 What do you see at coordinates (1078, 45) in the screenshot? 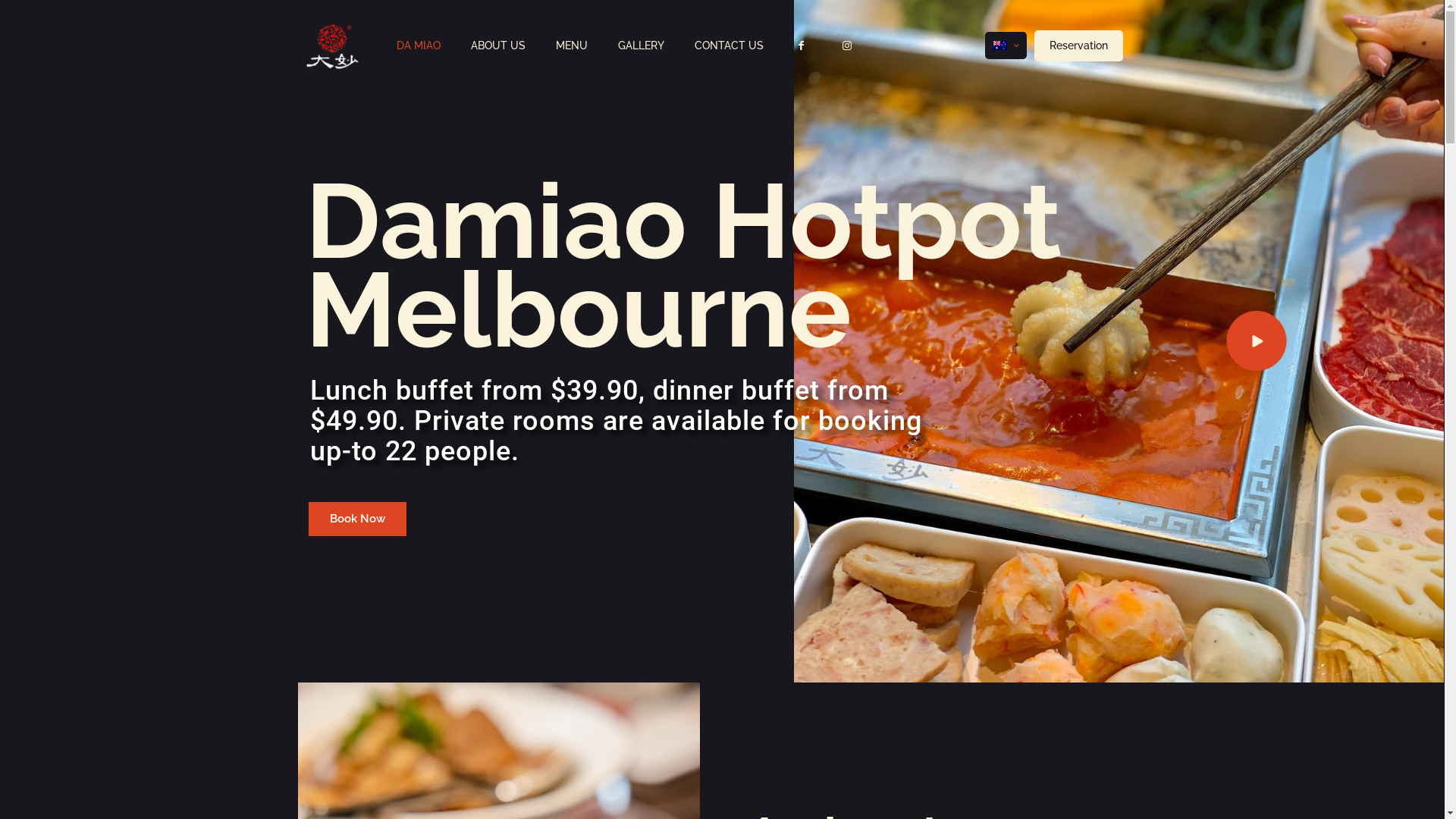
I see `'Reservation'` at bounding box center [1078, 45].